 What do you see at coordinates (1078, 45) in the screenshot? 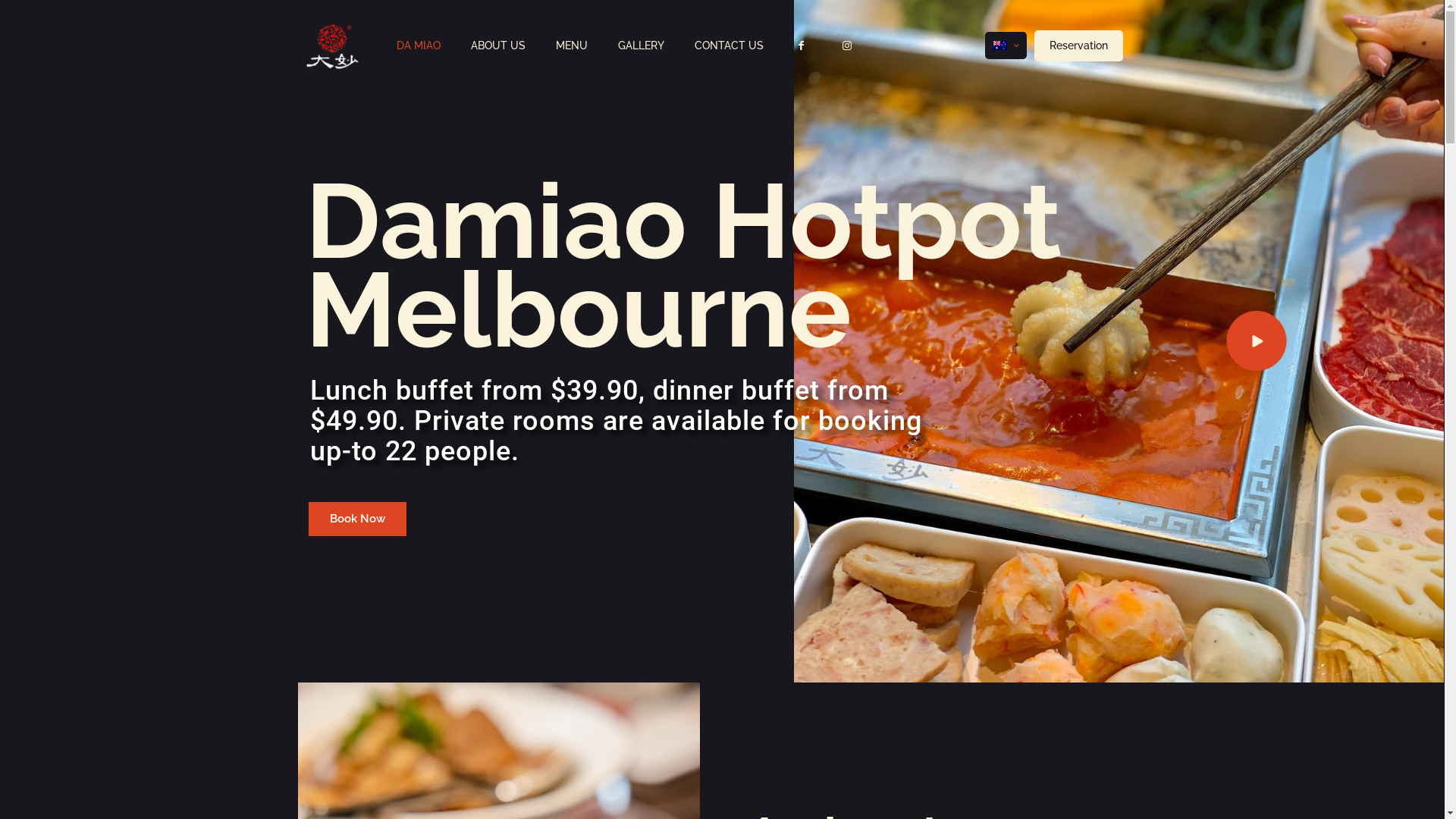
I see `'Reservation'` at bounding box center [1078, 45].